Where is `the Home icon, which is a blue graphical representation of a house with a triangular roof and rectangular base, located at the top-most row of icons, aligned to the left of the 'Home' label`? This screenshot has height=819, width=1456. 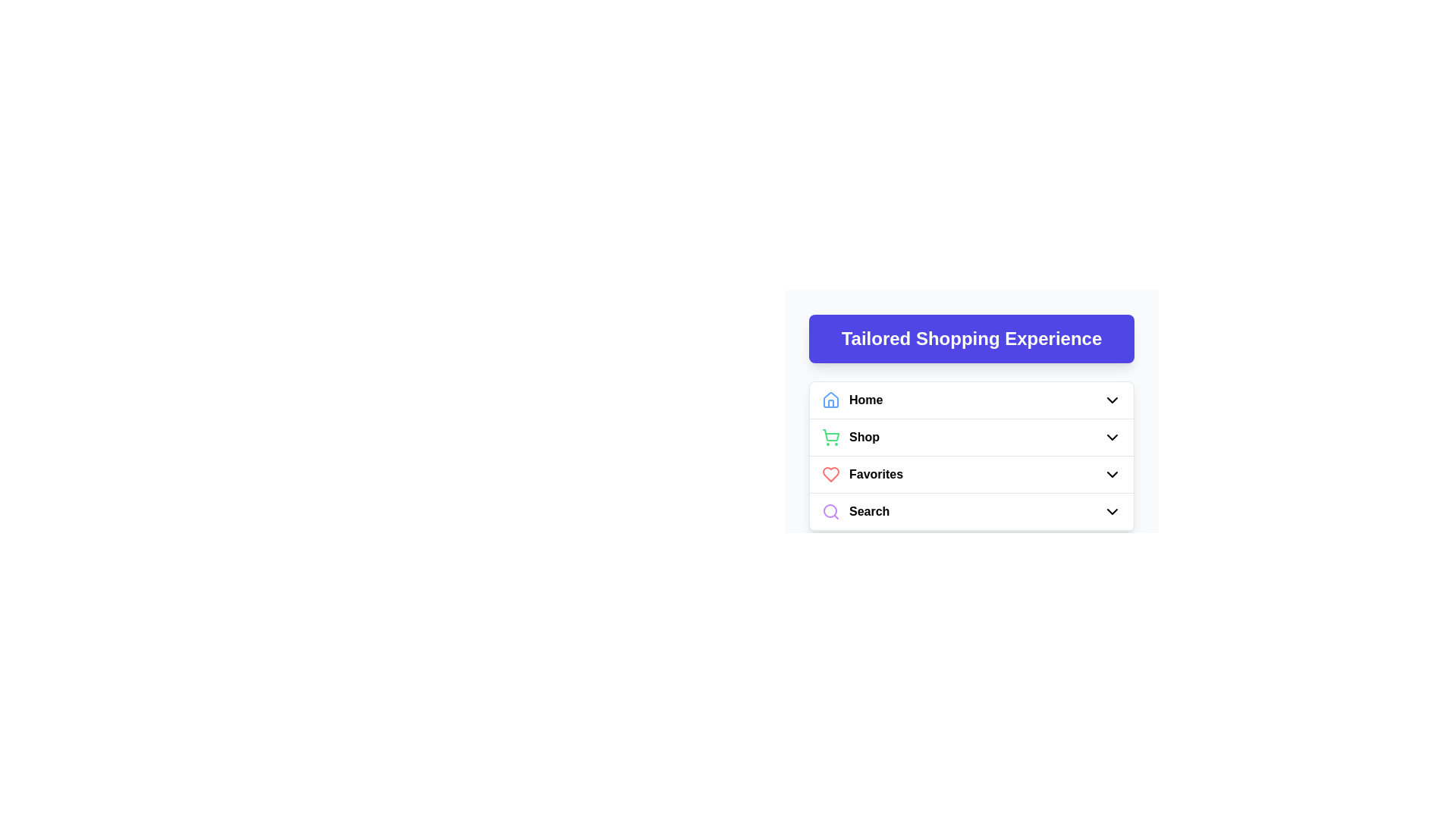
the Home icon, which is a blue graphical representation of a house with a triangular roof and rectangular base, located at the top-most row of icons, aligned to the left of the 'Home' label is located at coordinates (830, 399).